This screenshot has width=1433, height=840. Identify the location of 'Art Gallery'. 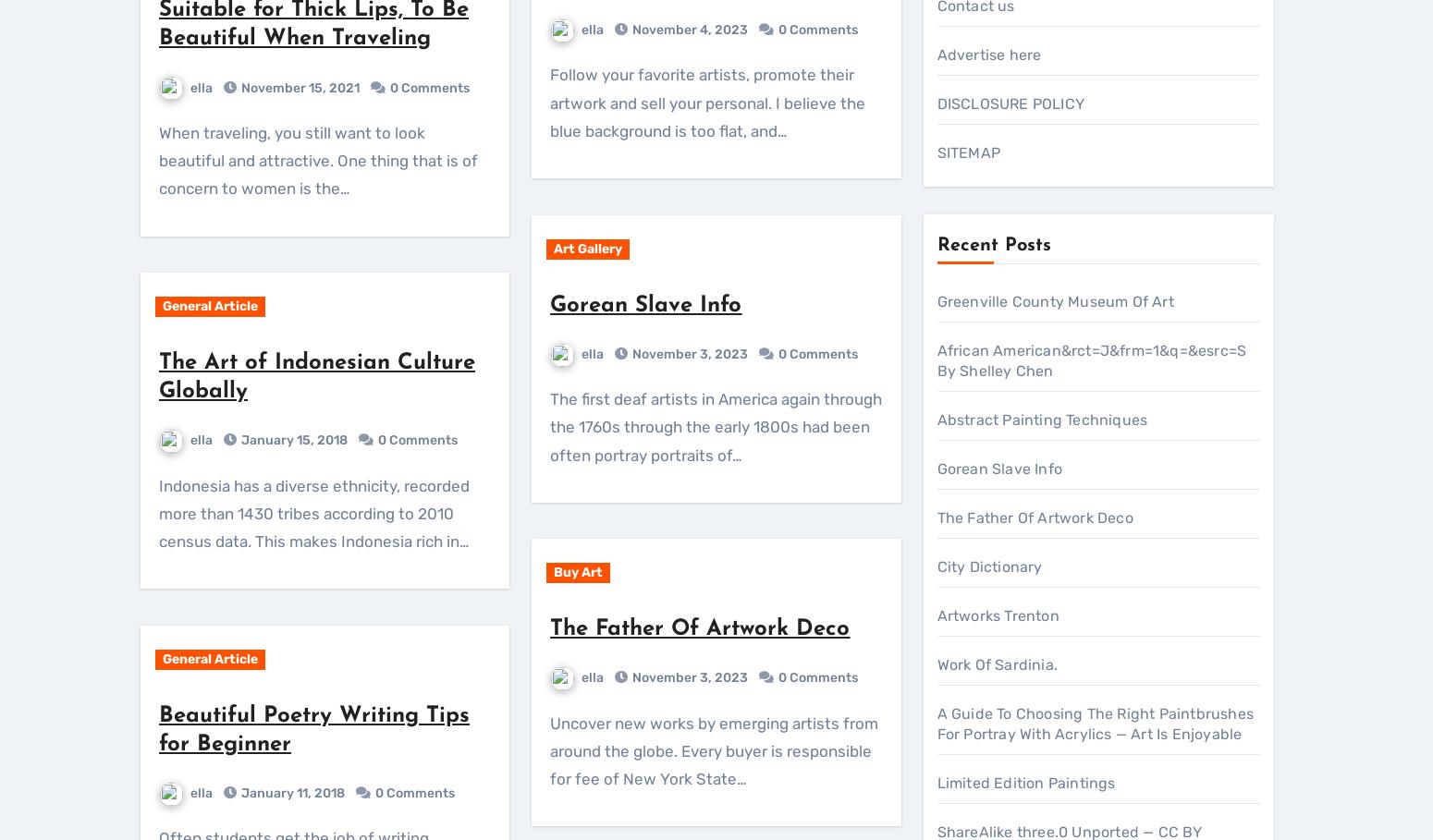
(1041, 761).